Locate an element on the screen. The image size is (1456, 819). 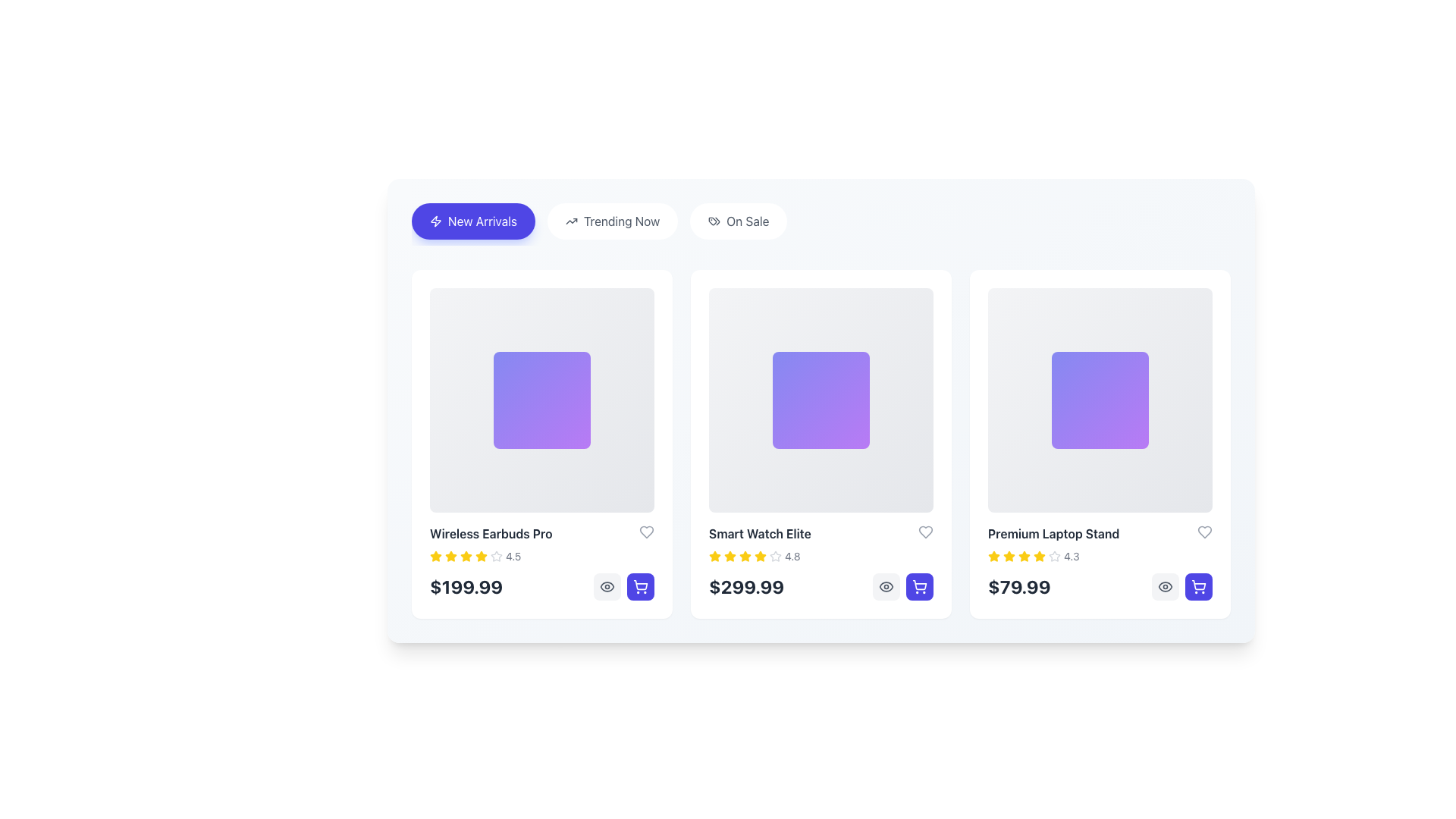
price information displayed in bold typography as '$79.99' located at the bottom-left corner of the product card for 'Premium Laptop Stand' is located at coordinates (1019, 586).